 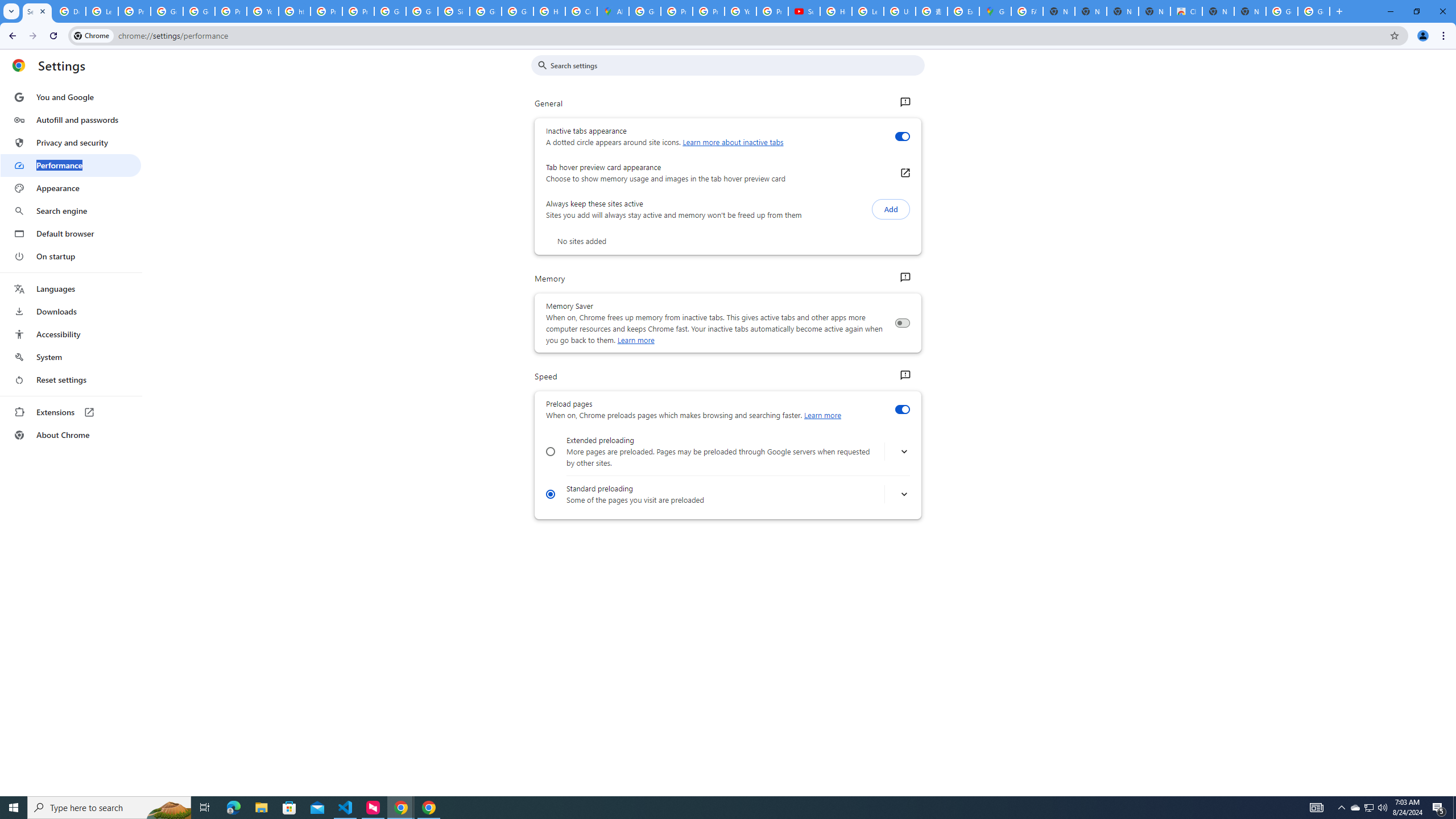 I want to click on 'New Tab', so click(x=1250, y=11).